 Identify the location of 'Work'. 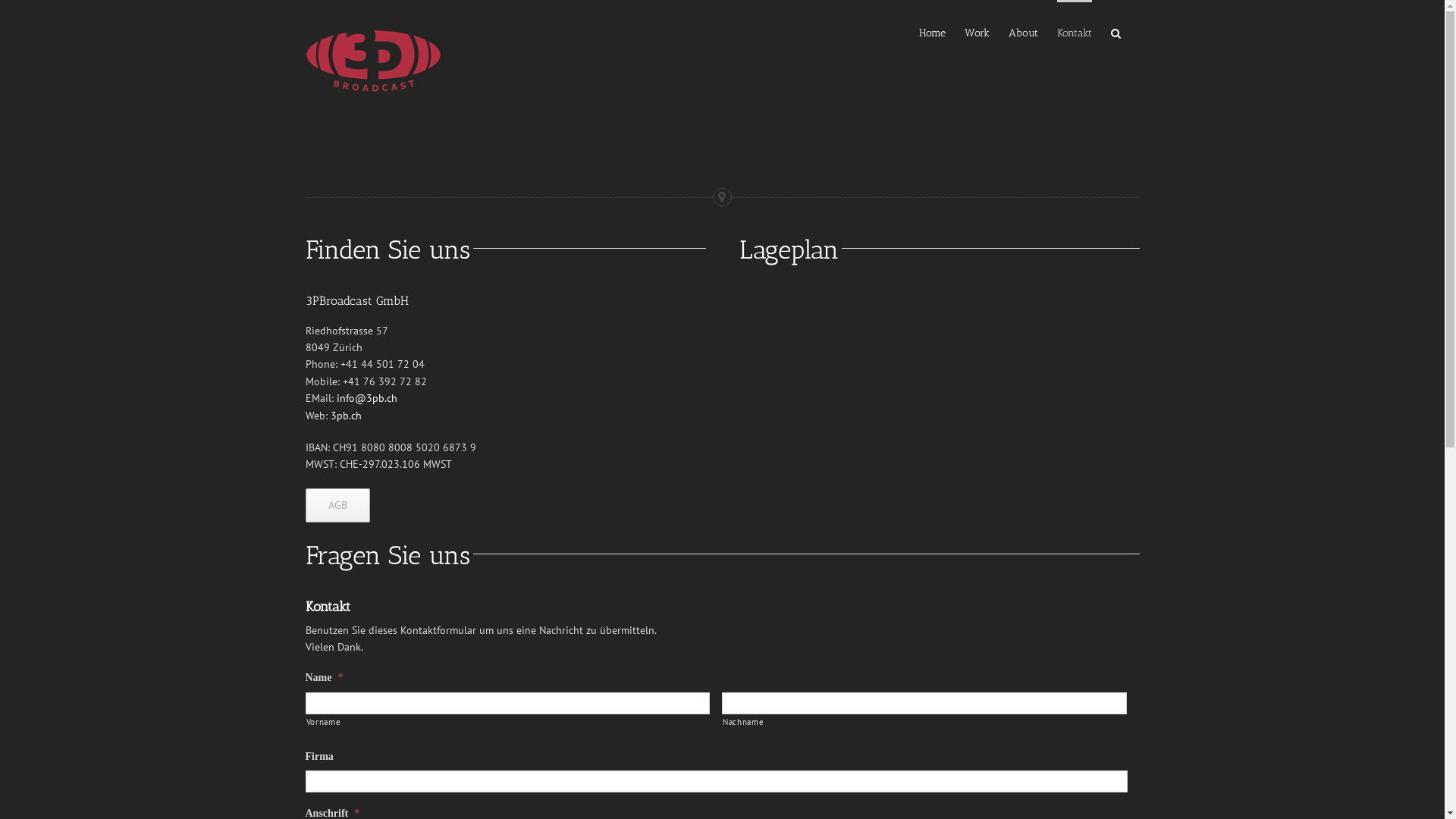
(964, 32).